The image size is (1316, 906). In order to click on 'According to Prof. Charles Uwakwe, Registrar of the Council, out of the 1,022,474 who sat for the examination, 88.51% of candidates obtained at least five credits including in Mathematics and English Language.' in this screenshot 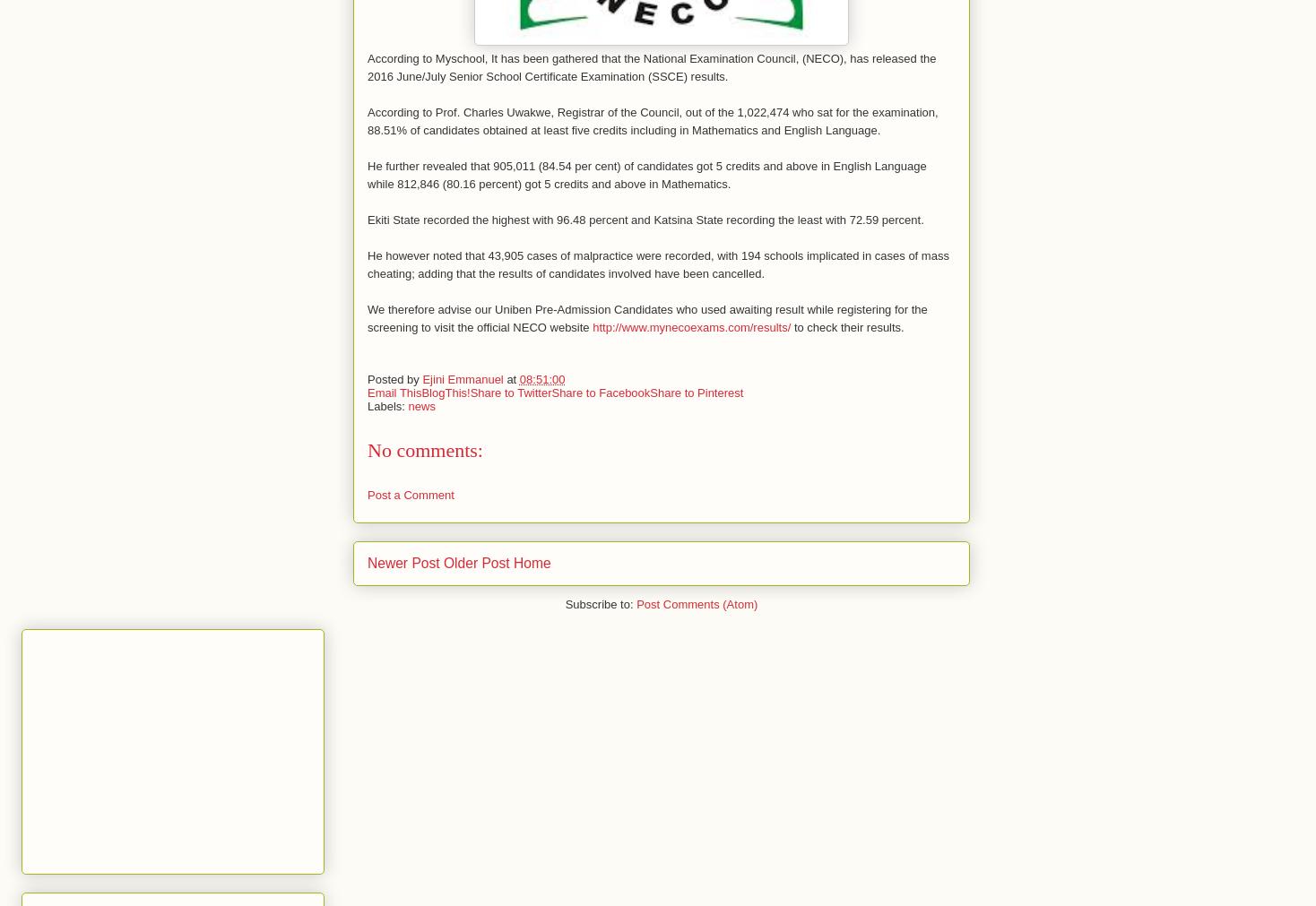, I will do `click(652, 120)`.